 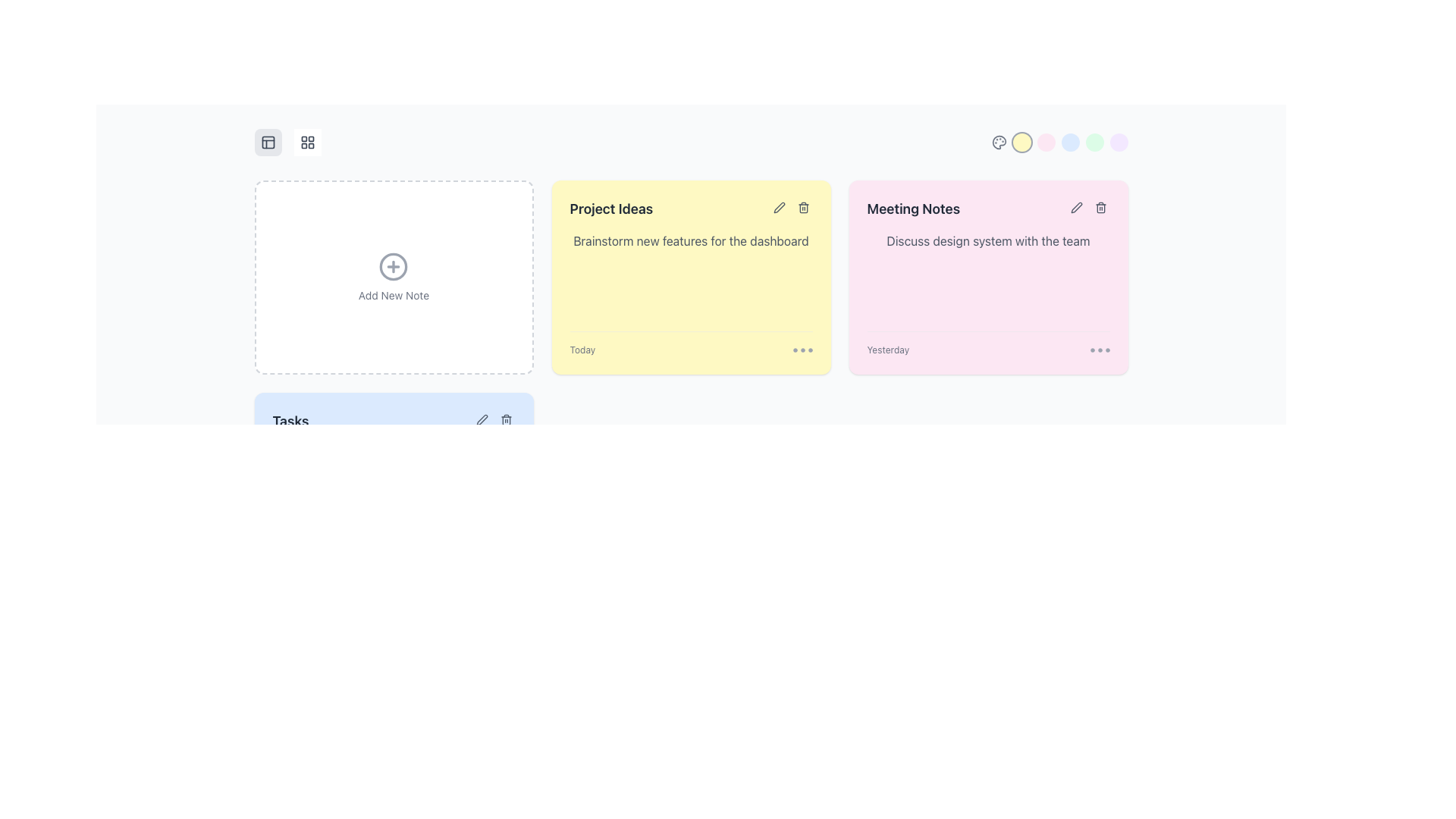 What do you see at coordinates (1021, 143) in the screenshot?
I see `the circular button with a yellow background and gray outline located in the top-right corner, second from the left, for interaction` at bounding box center [1021, 143].